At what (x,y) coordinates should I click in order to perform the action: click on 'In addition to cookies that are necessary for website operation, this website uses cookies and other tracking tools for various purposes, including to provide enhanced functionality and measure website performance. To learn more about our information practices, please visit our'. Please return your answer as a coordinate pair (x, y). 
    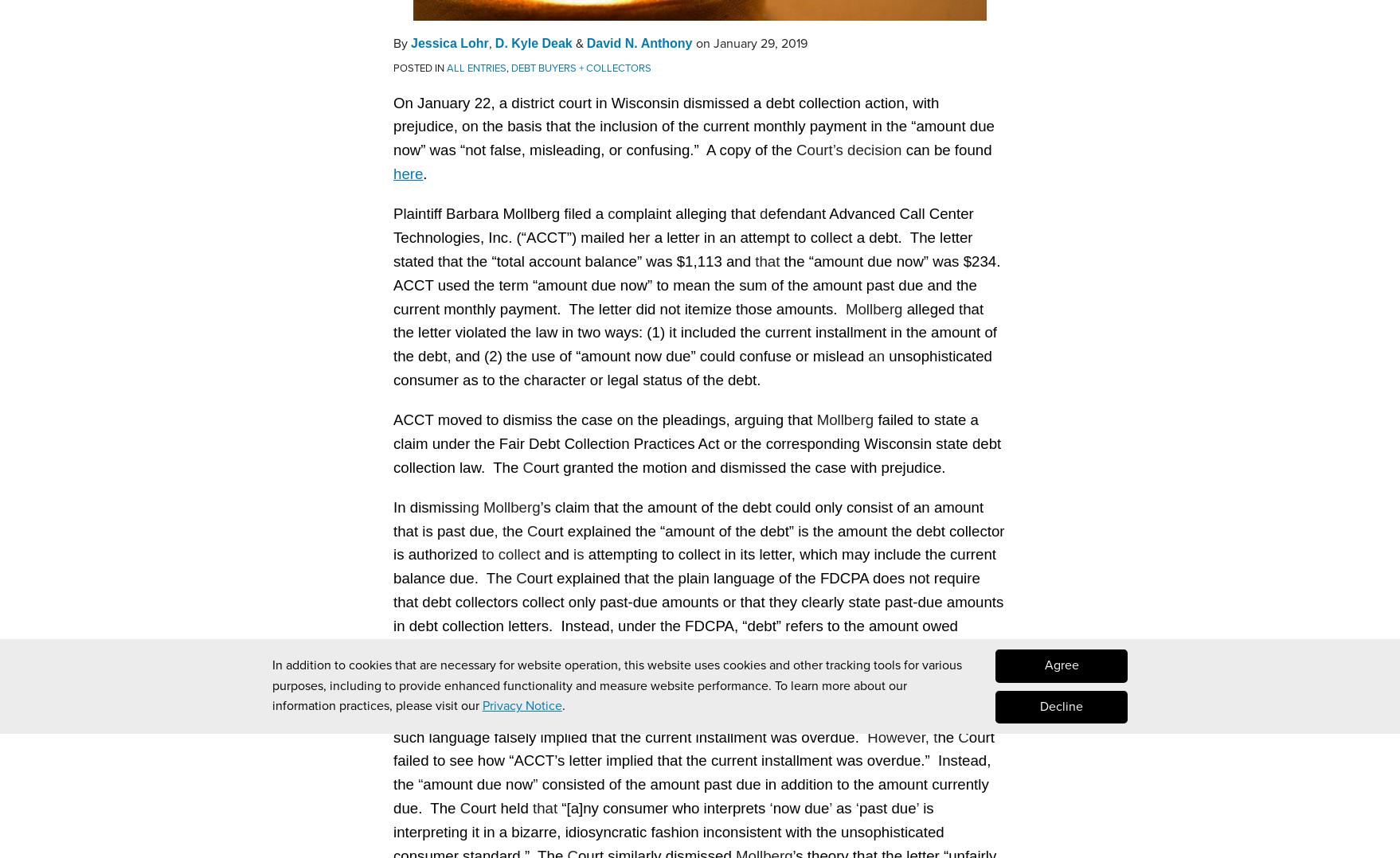
    Looking at the image, I should click on (616, 684).